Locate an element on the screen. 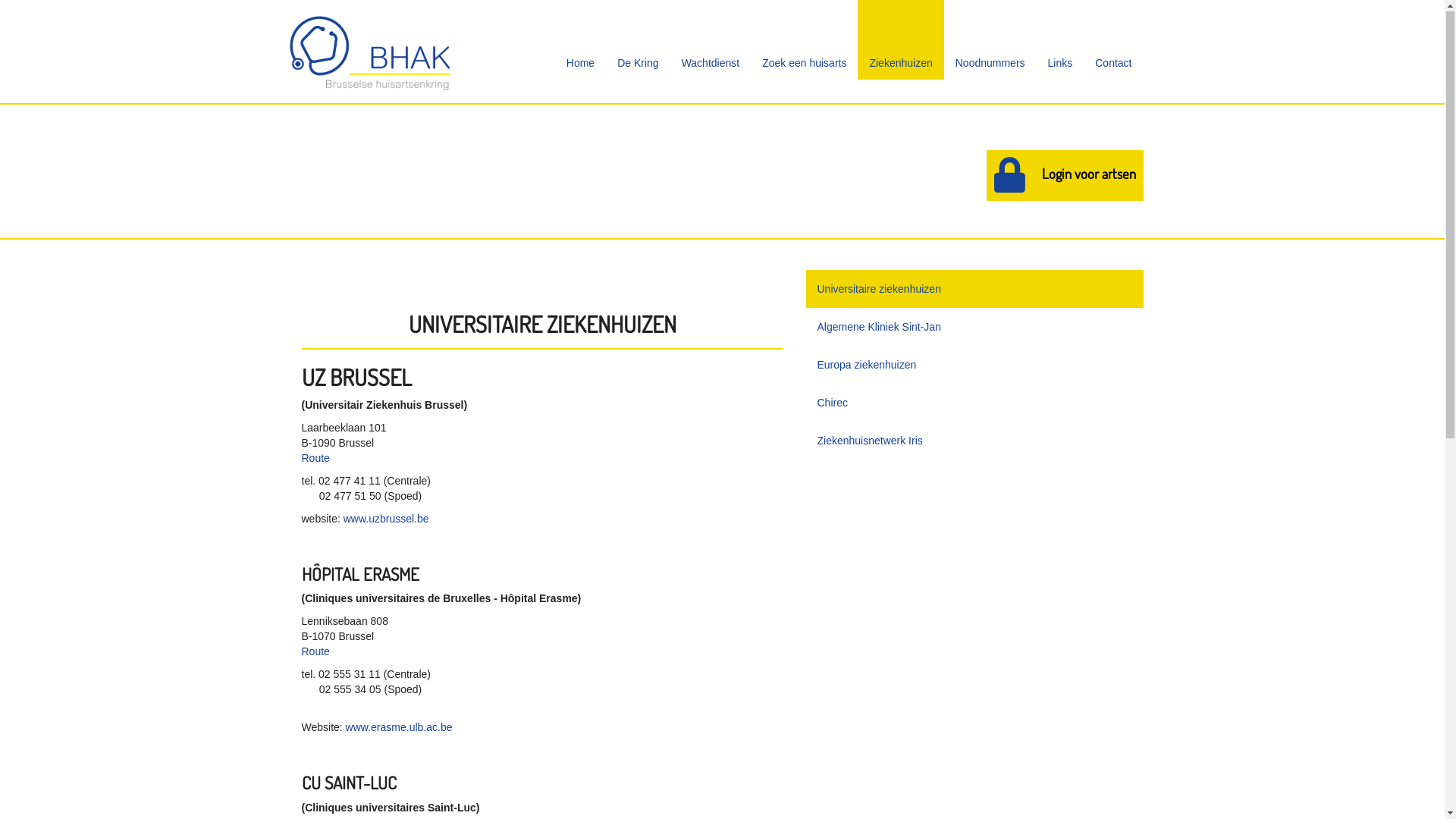  'Wachtdienst' is located at coordinates (710, 39).